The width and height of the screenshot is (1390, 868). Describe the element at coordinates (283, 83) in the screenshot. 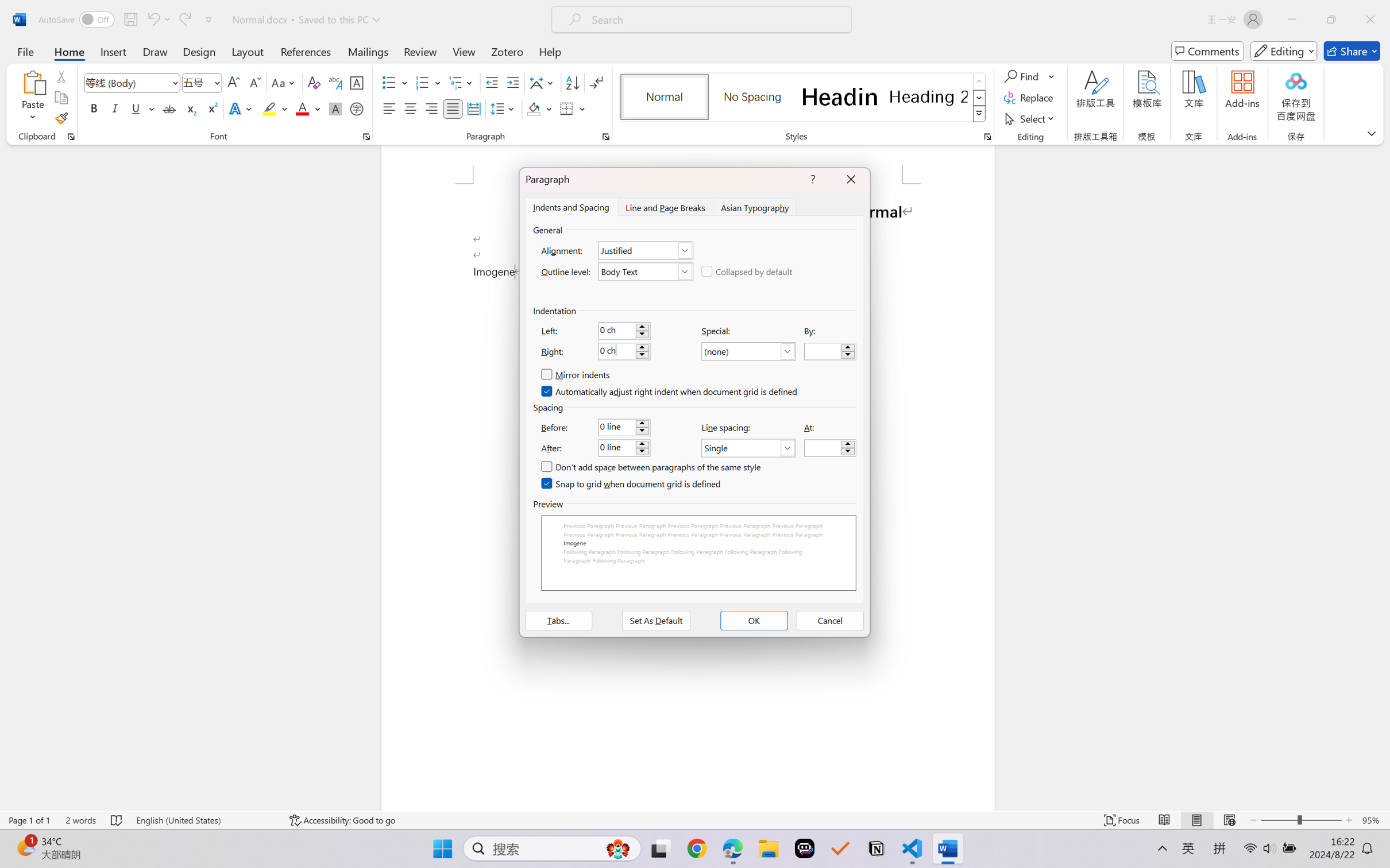

I see `'Change Case'` at that location.